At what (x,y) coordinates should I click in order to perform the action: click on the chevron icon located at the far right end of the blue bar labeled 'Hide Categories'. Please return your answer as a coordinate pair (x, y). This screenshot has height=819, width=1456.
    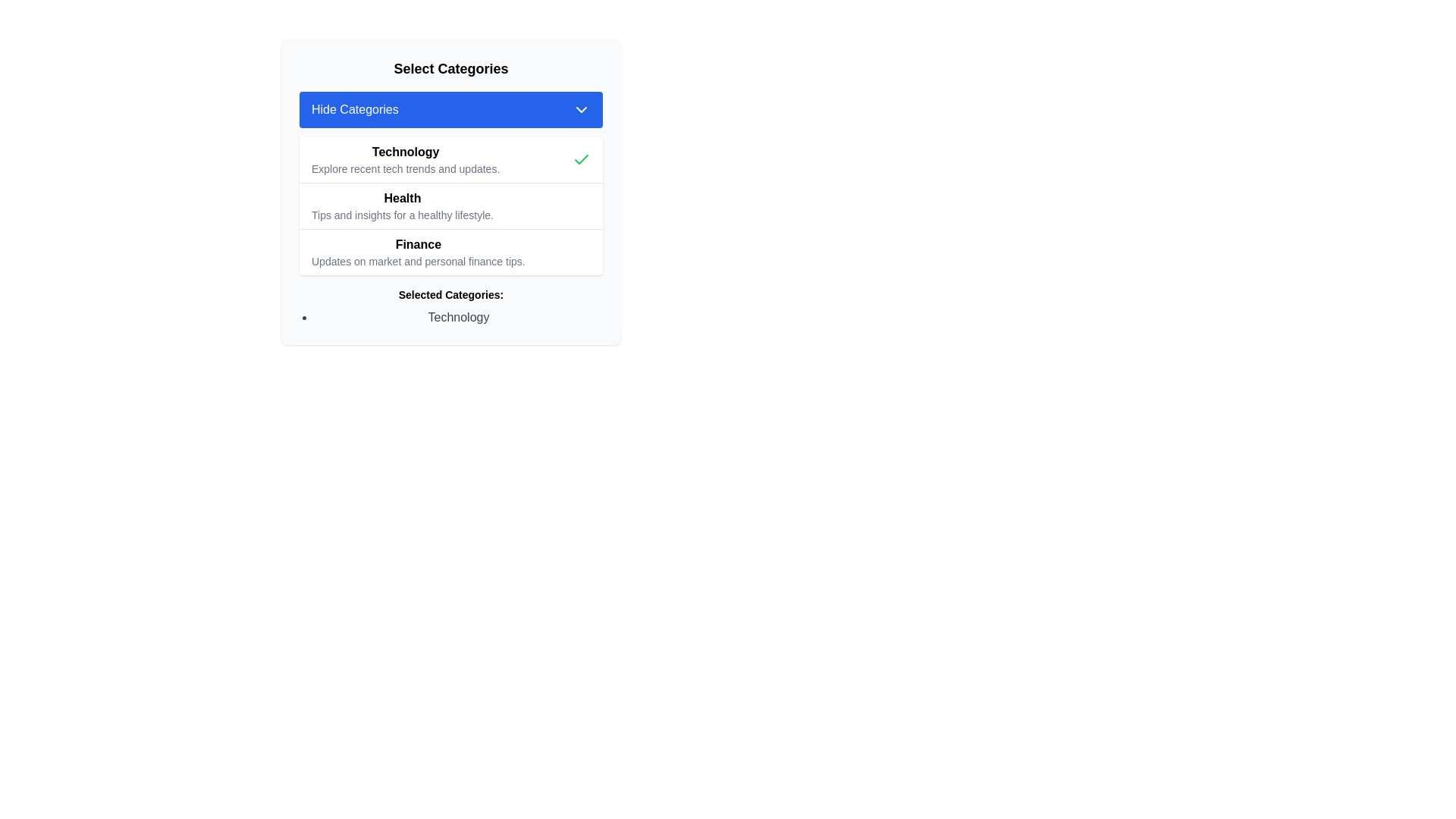
    Looking at the image, I should click on (581, 109).